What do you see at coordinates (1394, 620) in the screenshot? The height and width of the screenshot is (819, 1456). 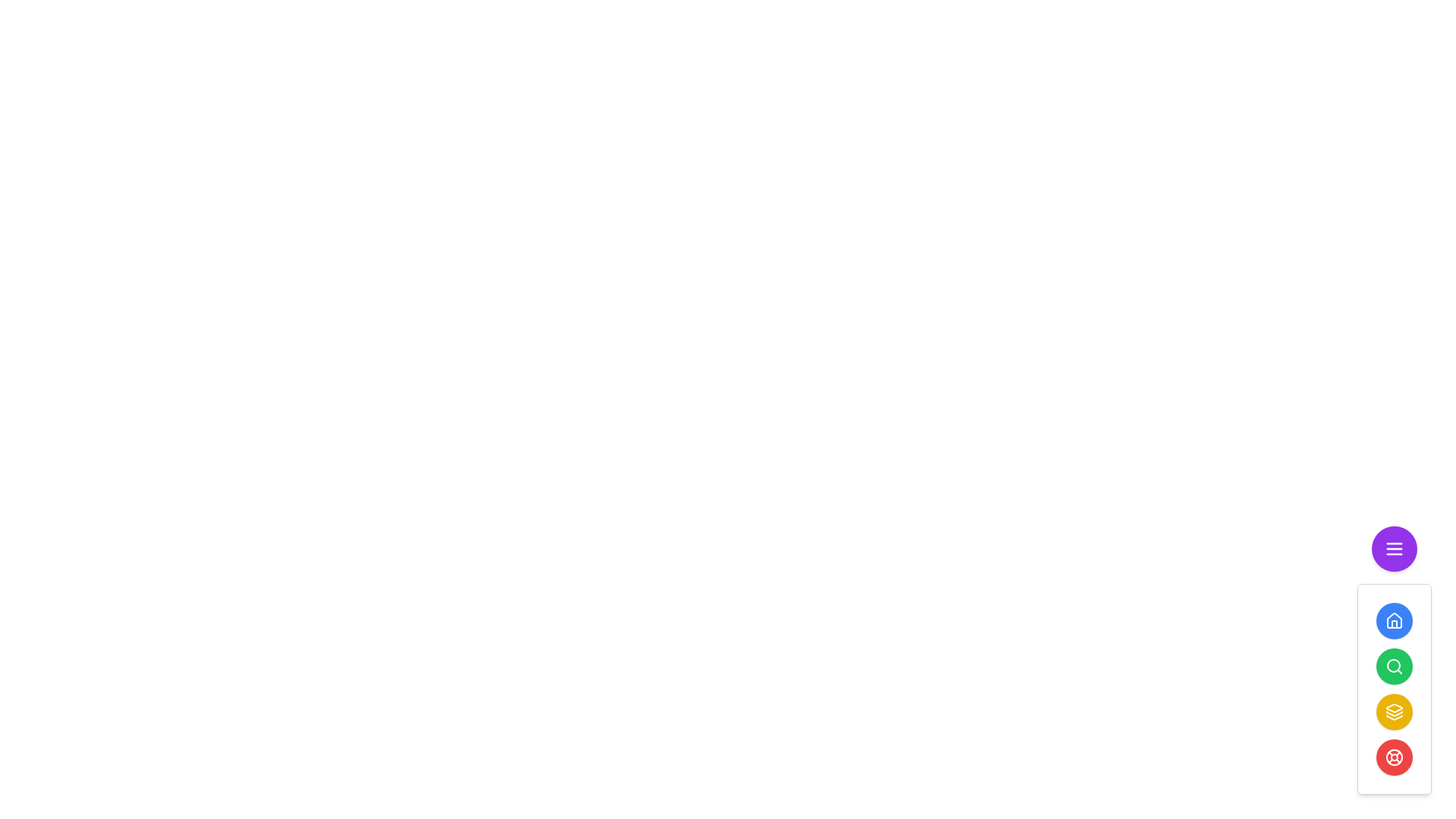 I see `the top circular button with a house icon` at bounding box center [1394, 620].